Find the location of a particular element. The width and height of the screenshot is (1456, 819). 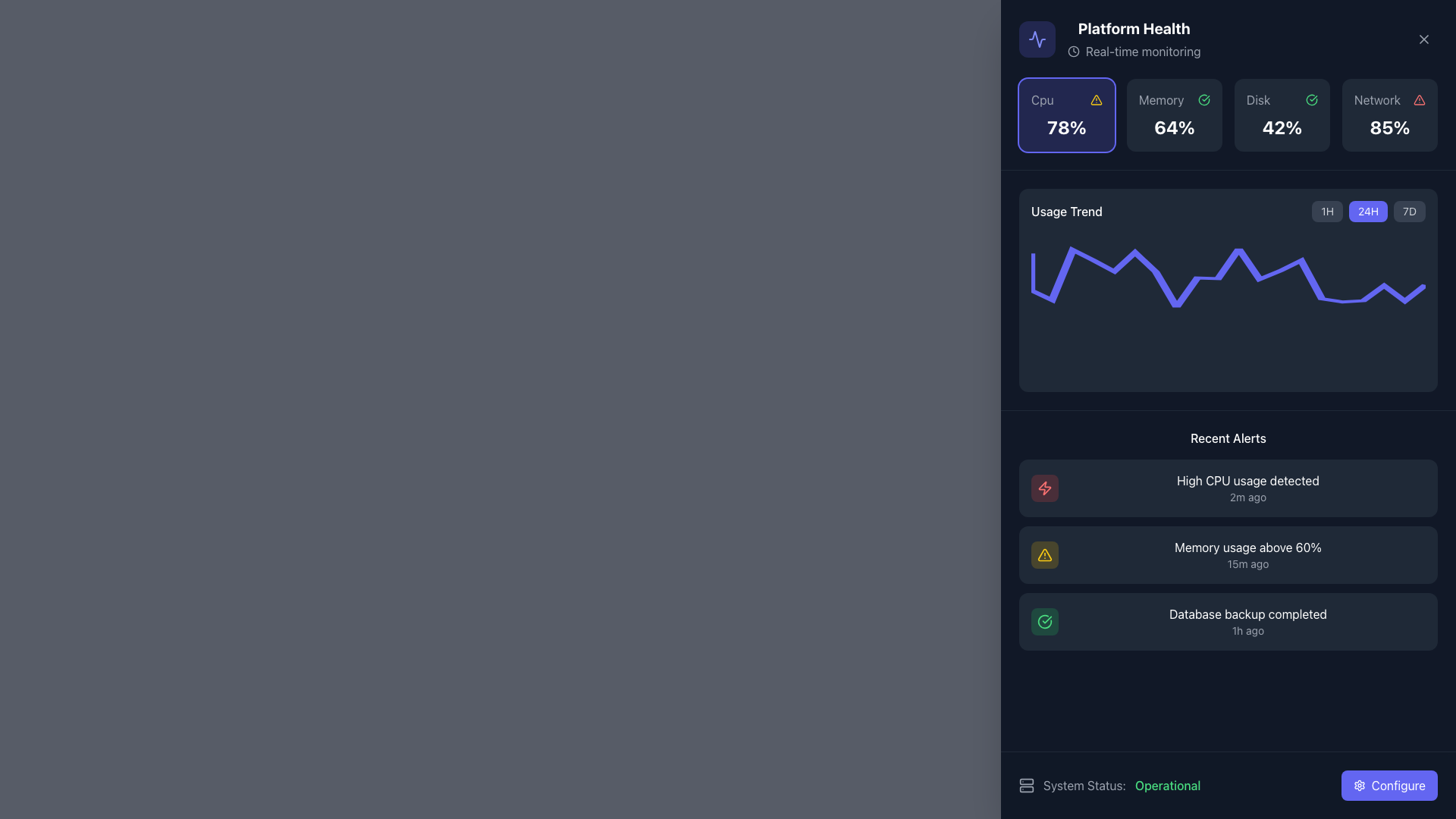

the alert notification Text label indicating memory usage exceeding 60%, located in the 'Recent Alerts' section as the second entry is located at coordinates (1248, 547).